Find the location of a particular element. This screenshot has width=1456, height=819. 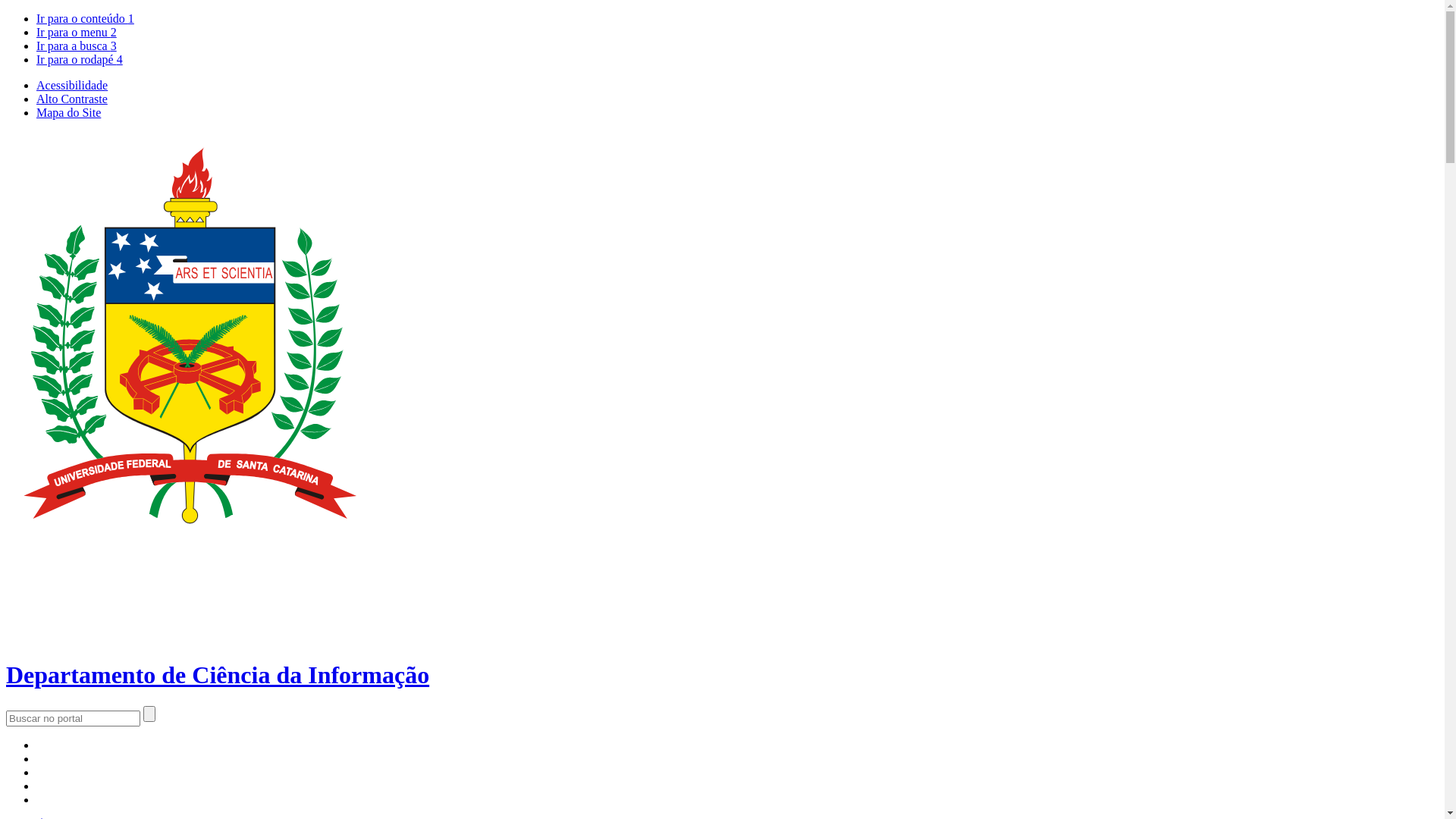

'Alto Contraste' is located at coordinates (71, 99).